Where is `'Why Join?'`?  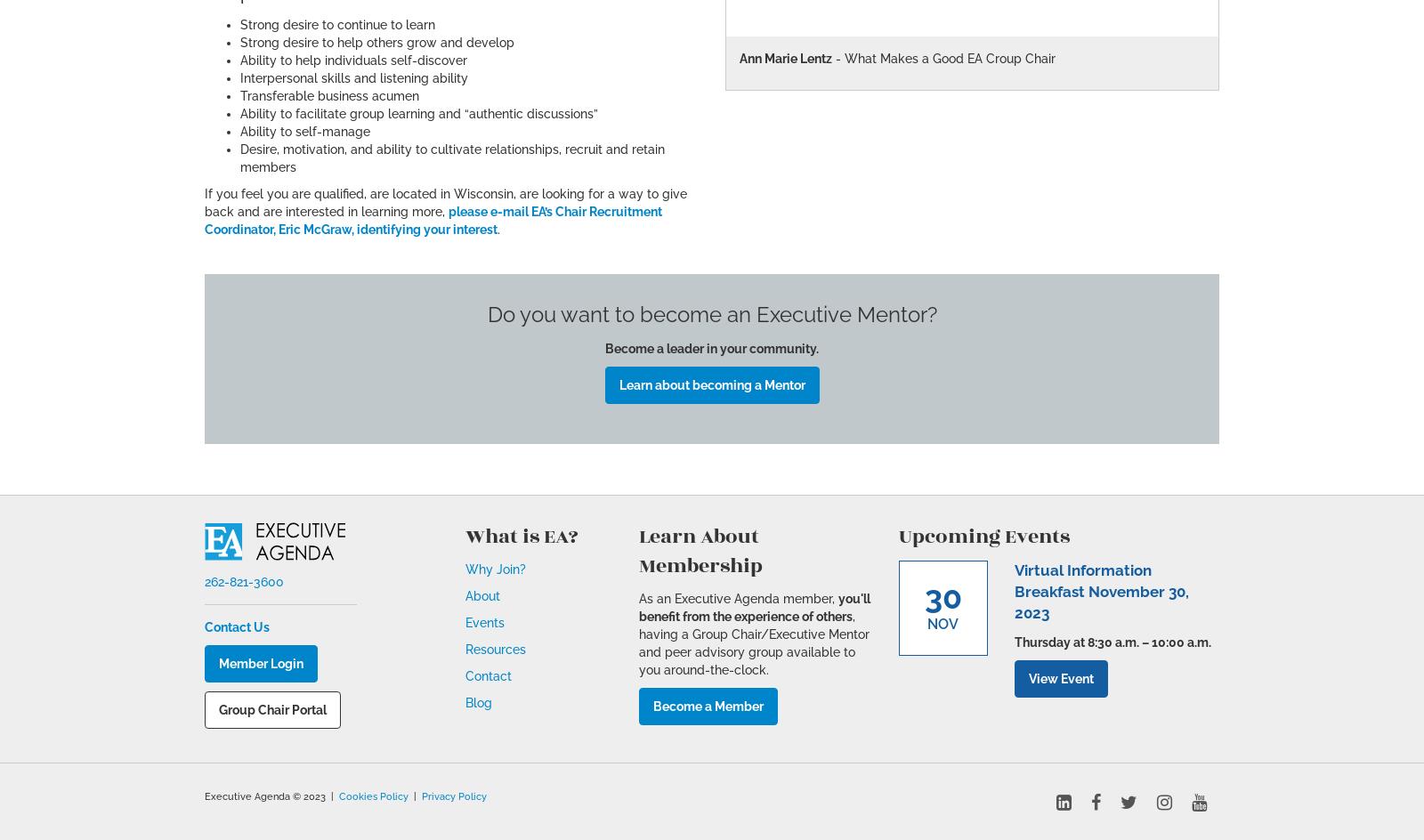
'Why Join?' is located at coordinates (494, 569).